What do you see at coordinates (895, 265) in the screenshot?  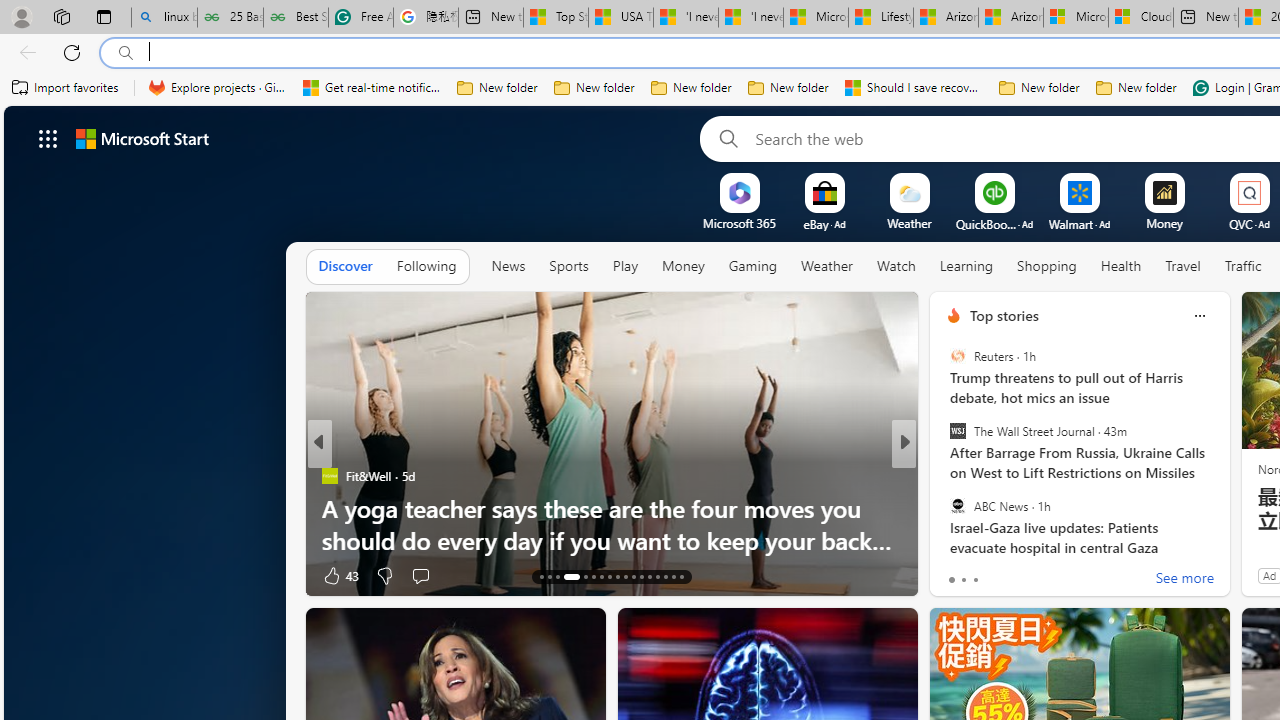 I see `'Watch'` at bounding box center [895, 265].